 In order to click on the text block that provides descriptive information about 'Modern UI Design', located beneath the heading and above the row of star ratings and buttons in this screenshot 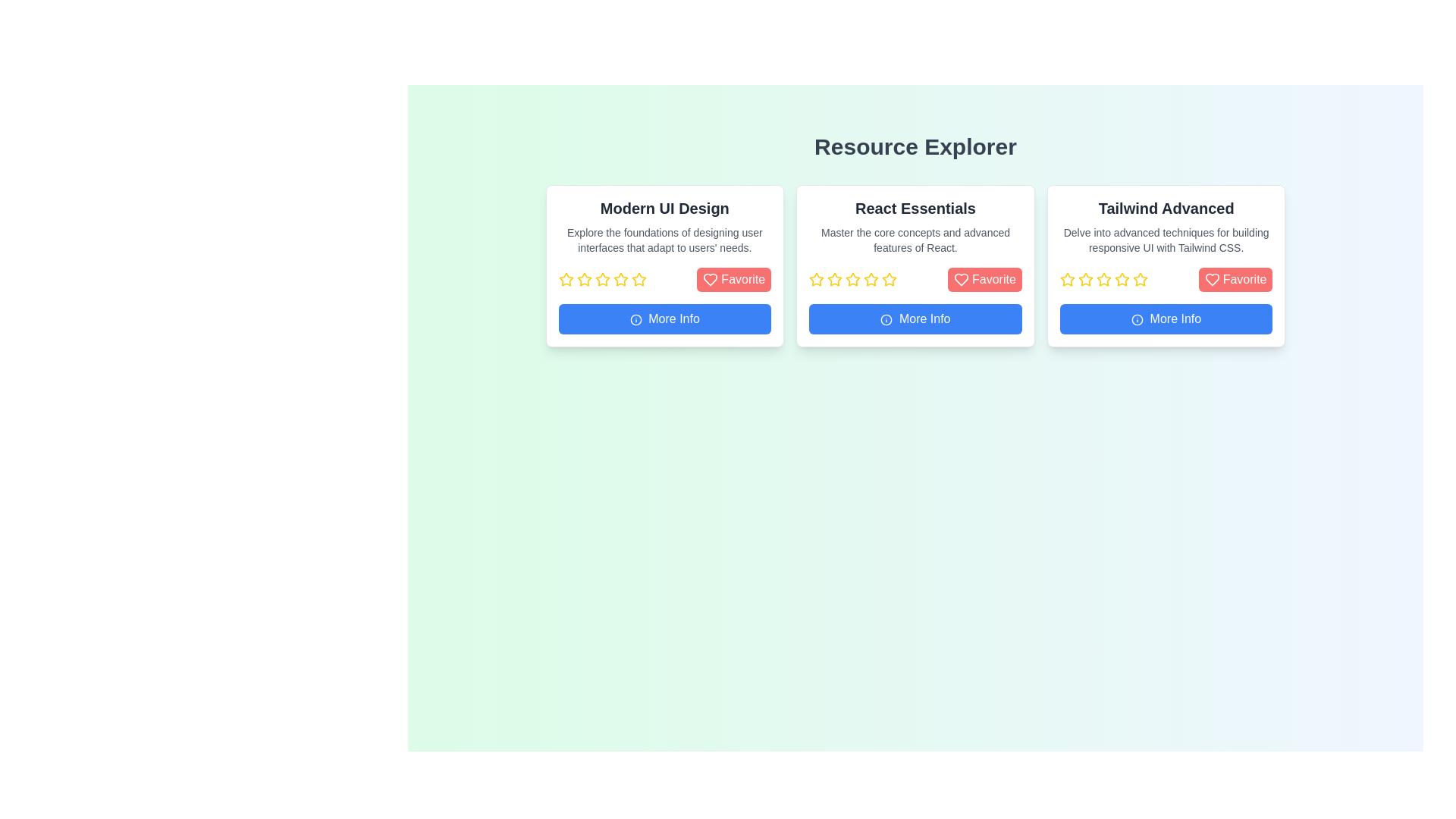, I will do `click(664, 239)`.